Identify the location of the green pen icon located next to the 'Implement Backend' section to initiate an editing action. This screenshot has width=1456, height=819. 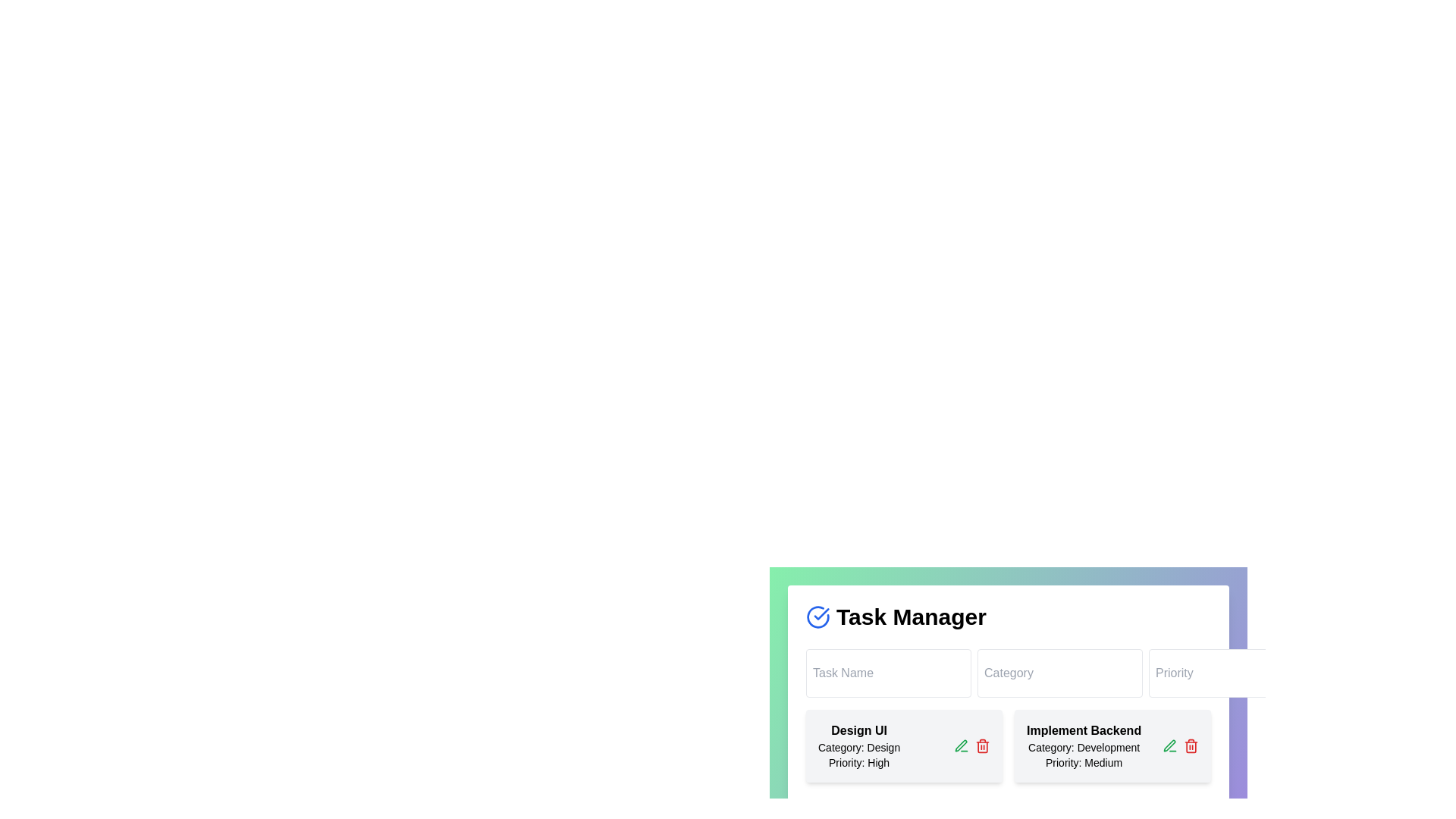
(960, 745).